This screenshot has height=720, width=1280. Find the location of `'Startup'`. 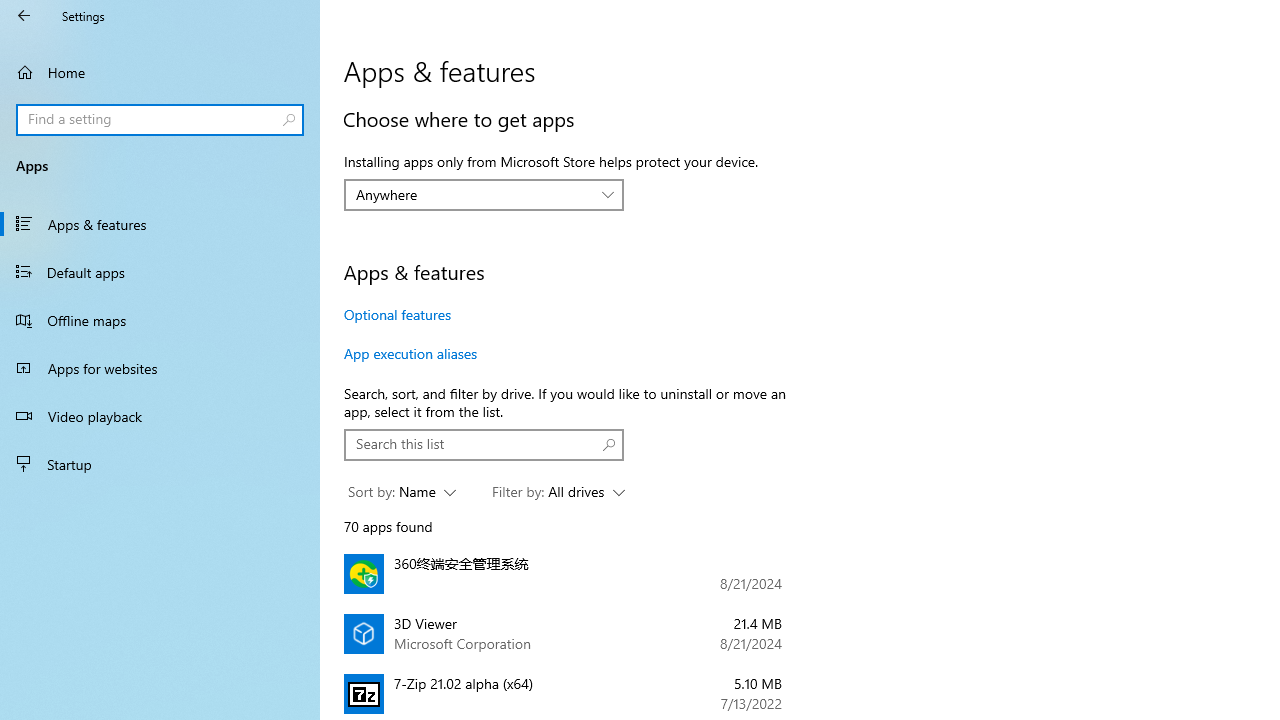

'Startup' is located at coordinates (160, 464).